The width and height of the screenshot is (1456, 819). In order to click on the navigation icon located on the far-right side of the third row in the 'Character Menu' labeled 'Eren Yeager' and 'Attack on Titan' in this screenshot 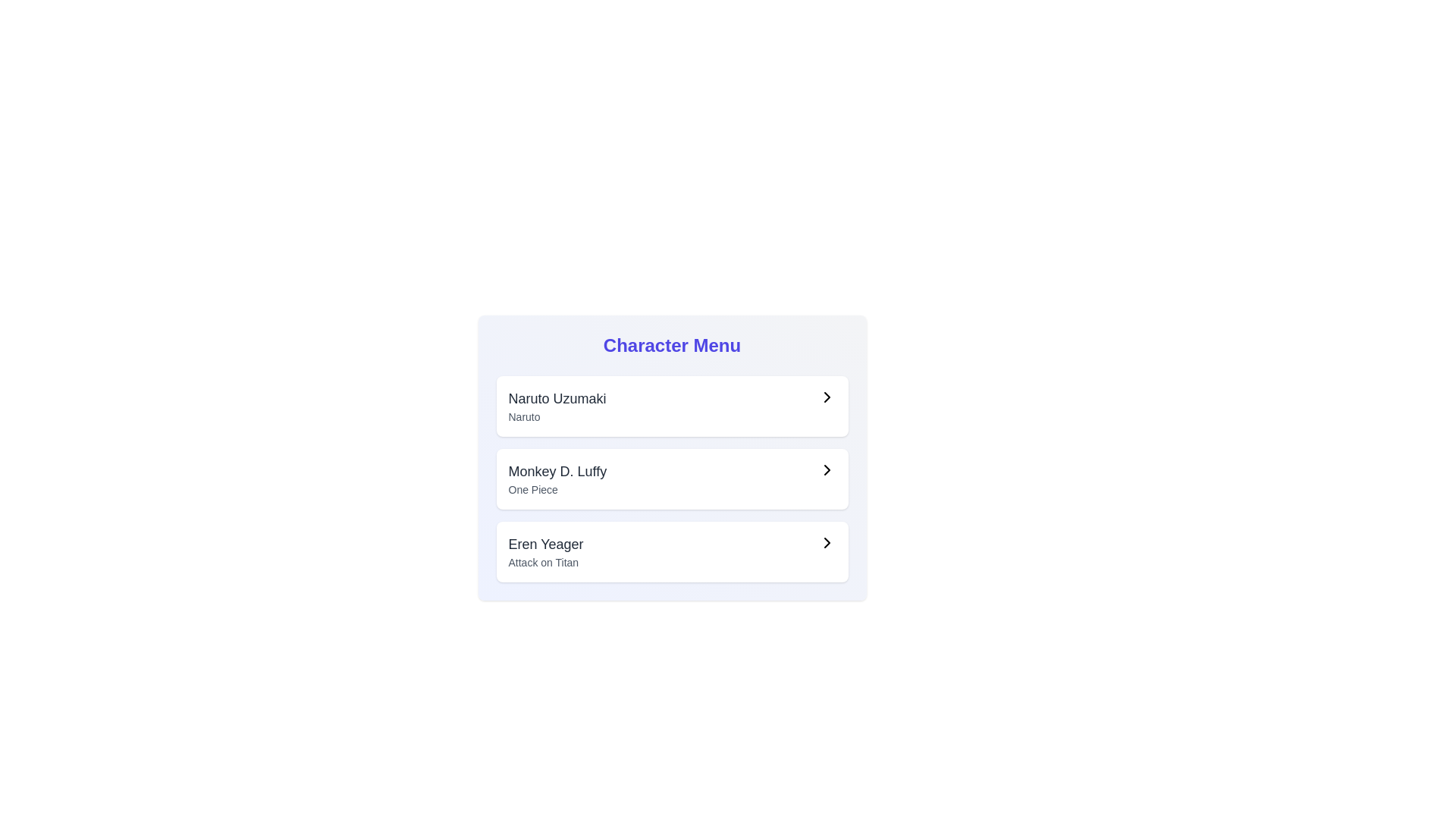, I will do `click(826, 542)`.